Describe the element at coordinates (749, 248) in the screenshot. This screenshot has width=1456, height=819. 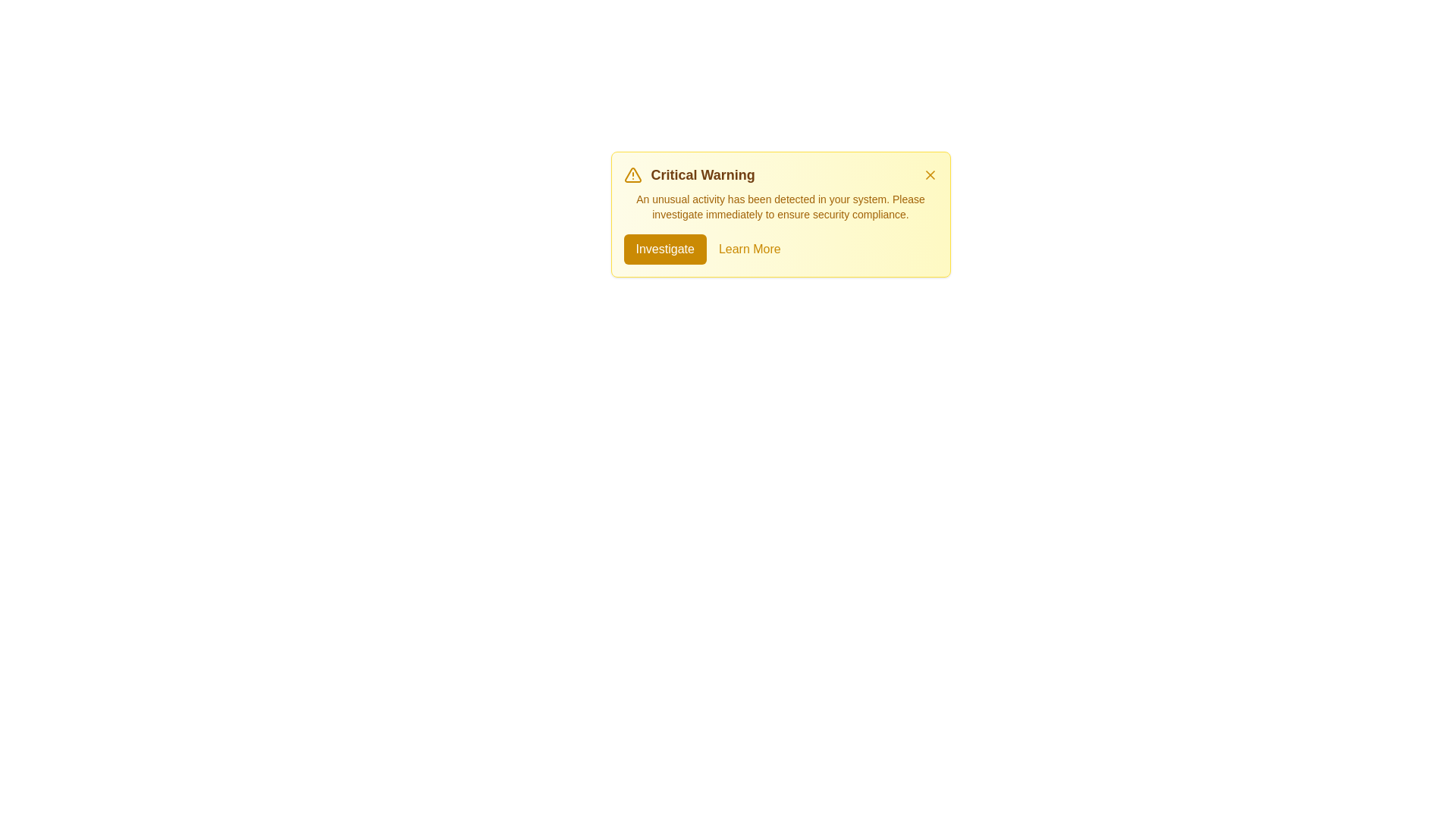
I see `the 'Learn More' button to access additional information about the alert` at that location.